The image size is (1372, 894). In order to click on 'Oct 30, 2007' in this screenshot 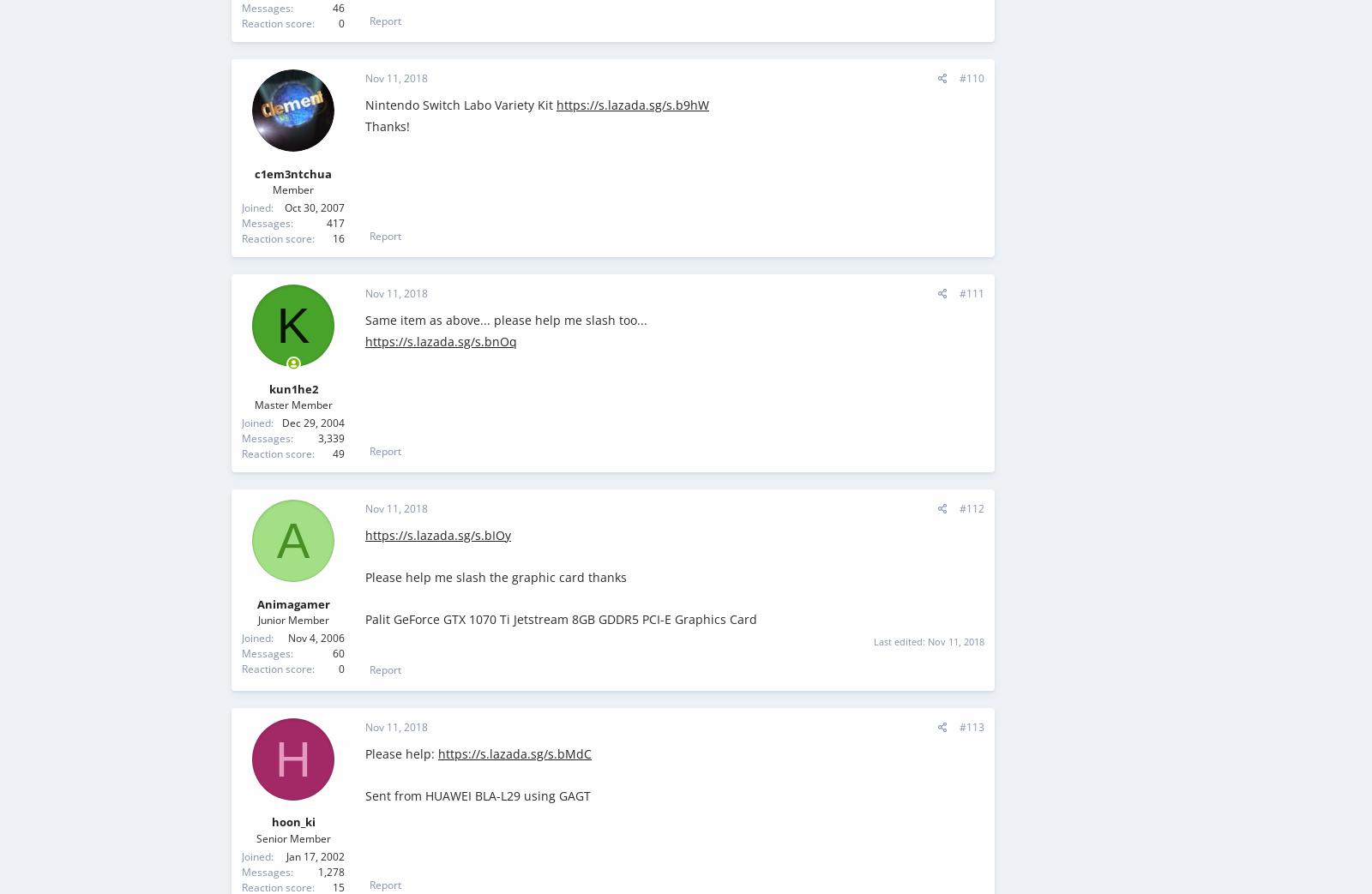, I will do `click(315, 207)`.